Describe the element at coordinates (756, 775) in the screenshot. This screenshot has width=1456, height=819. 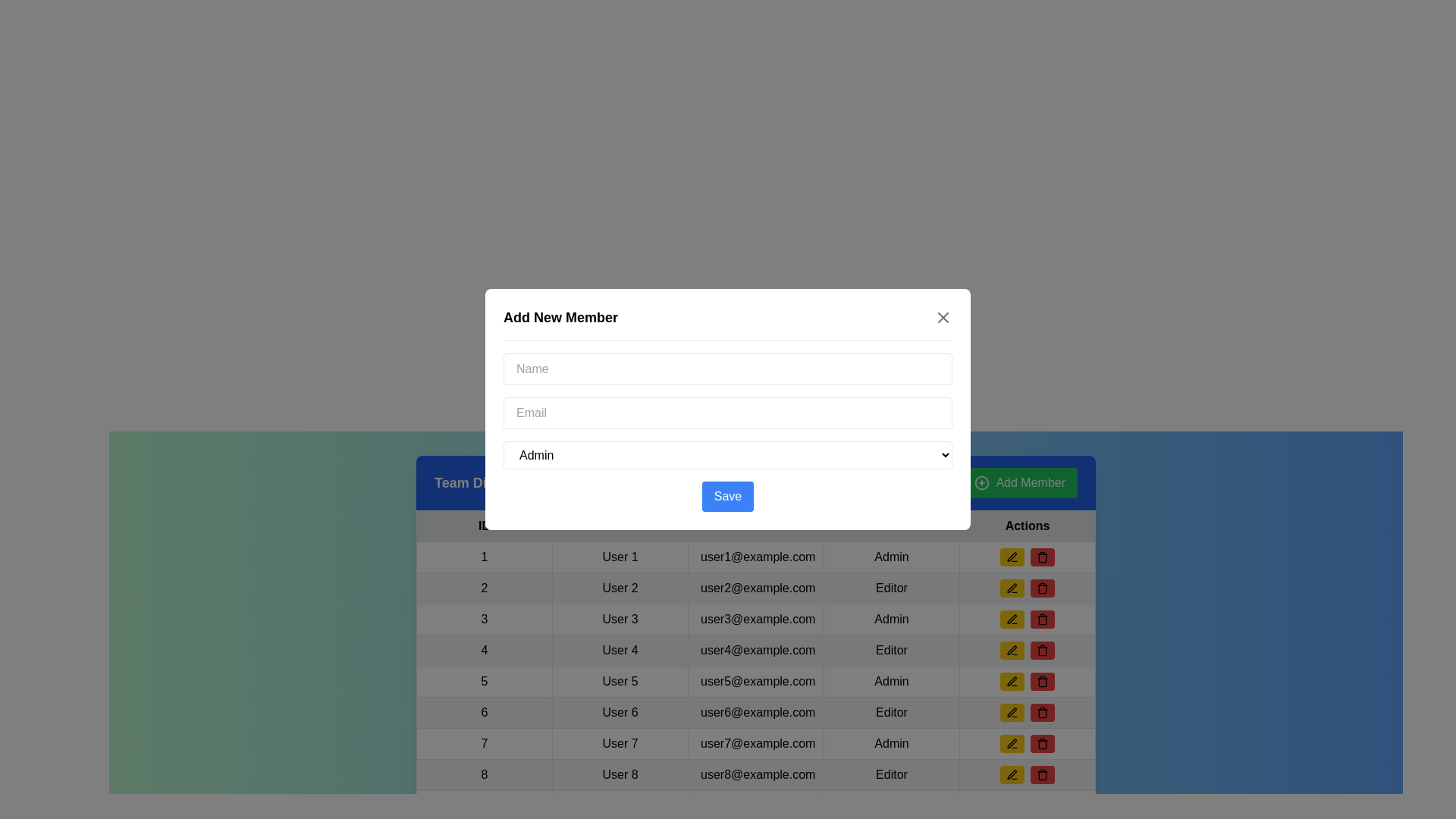
I see `the eighth row of the user details table` at that location.